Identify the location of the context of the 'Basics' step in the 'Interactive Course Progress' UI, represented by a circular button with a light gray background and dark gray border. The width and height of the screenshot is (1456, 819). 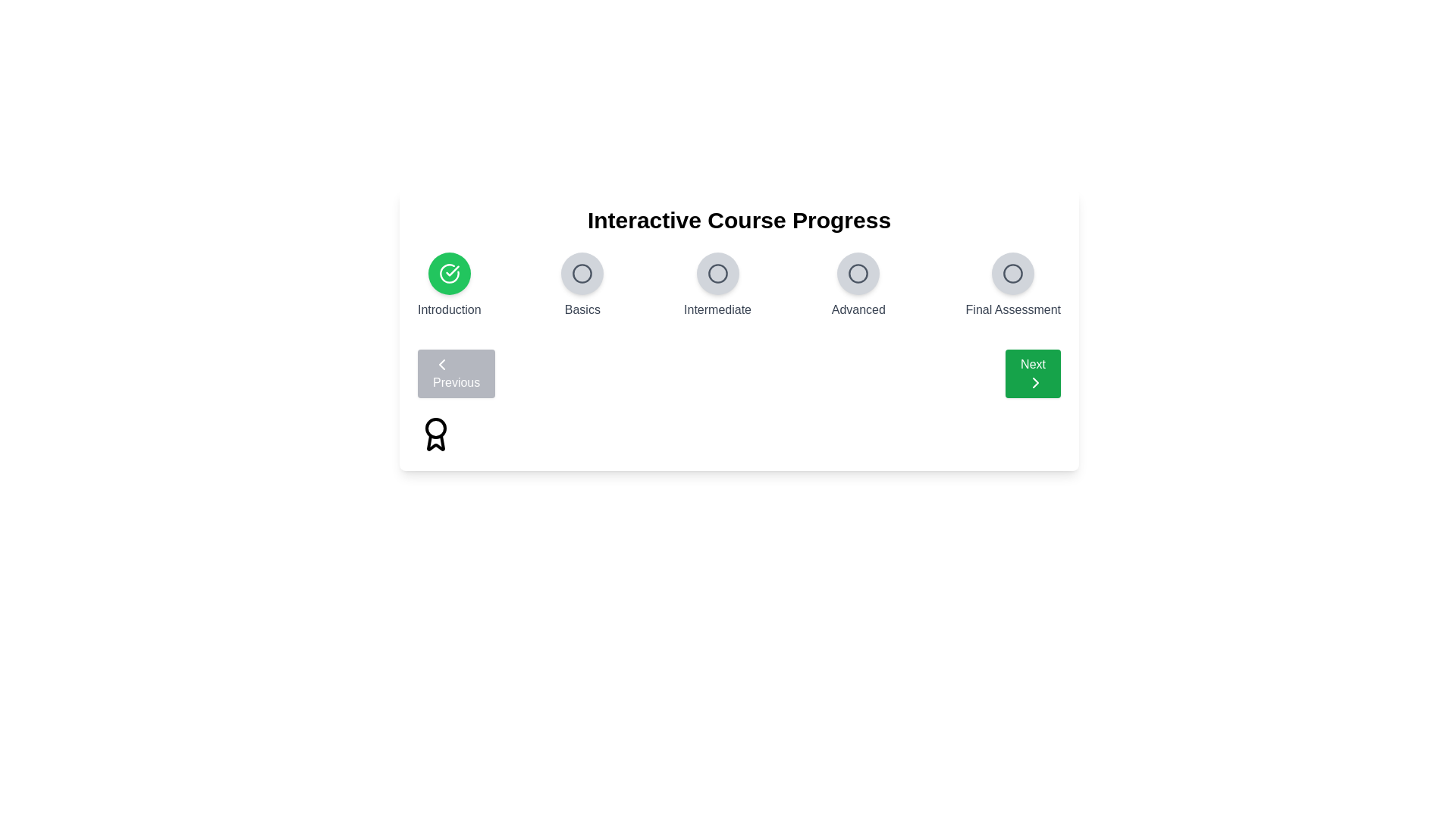
(582, 274).